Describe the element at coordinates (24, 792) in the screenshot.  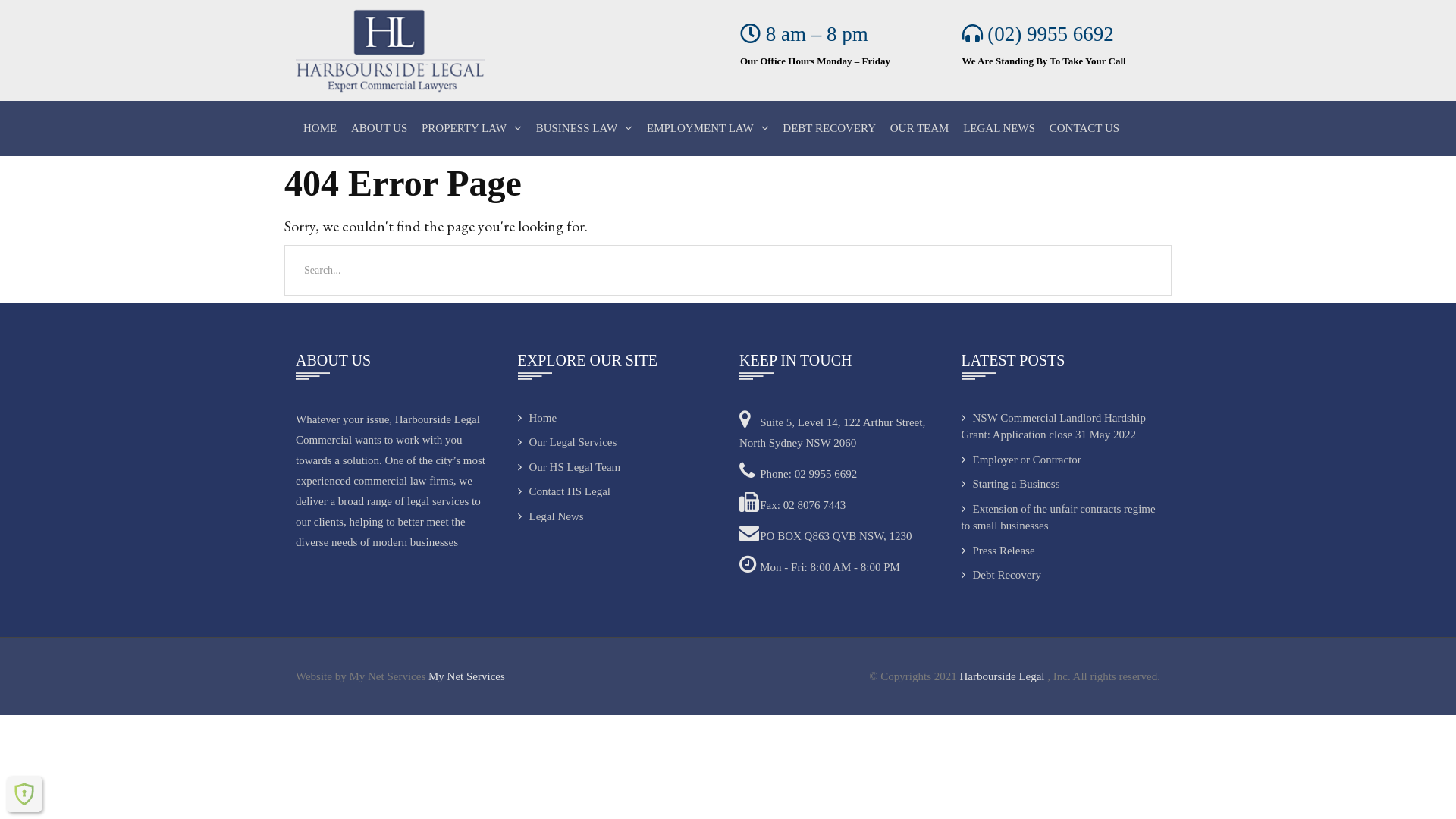
I see `'Shield Security'` at that location.